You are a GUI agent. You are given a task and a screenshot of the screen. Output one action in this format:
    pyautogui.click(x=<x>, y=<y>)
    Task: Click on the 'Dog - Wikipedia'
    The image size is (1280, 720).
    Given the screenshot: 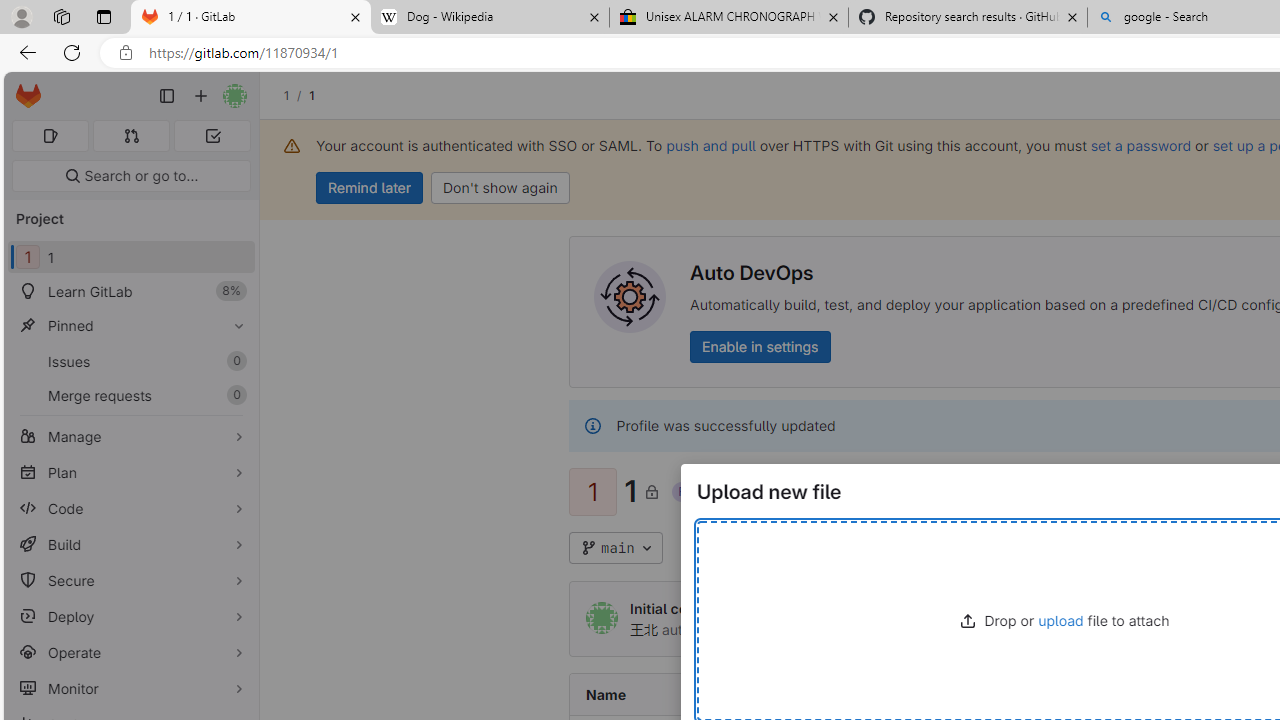 What is the action you would take?
    pyautogui.click(x=490, y=17)
    